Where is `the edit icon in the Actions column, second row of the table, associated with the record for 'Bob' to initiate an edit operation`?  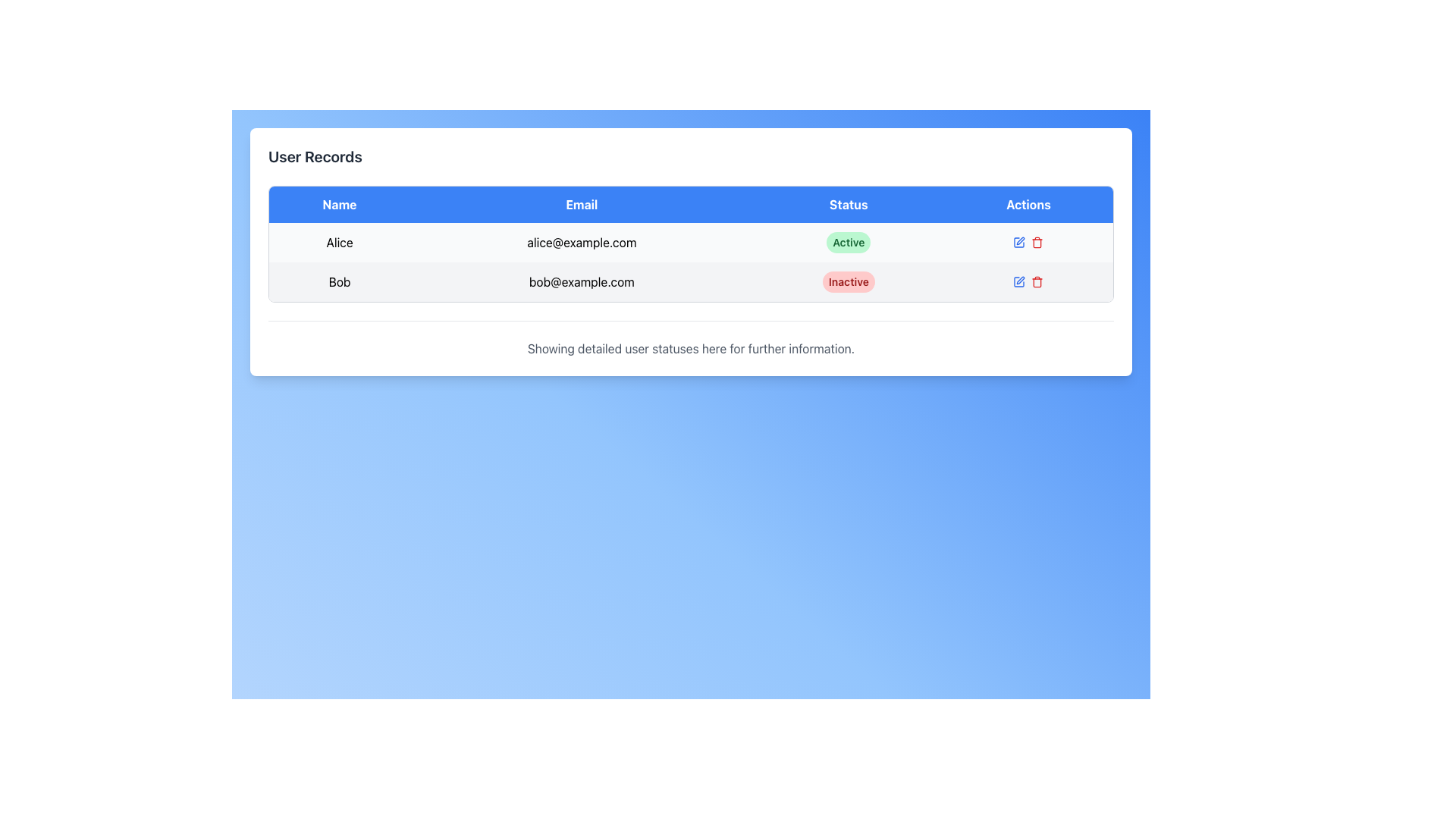
the edit icon in the Actions column, second row of the table, associated with the record for 'Bob' to initiate an edit operation is located at coordinates (1021, 240).